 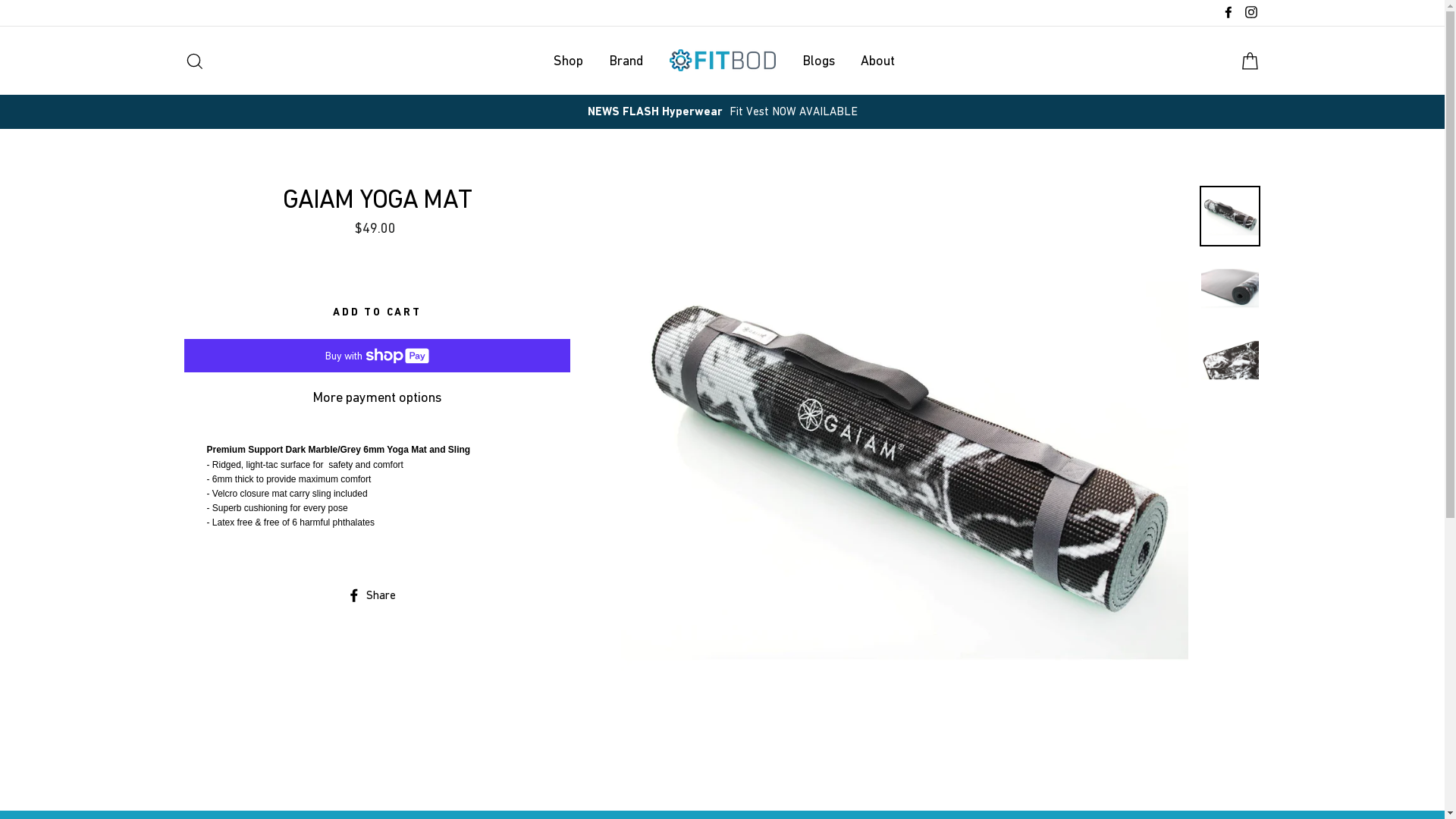 What do you see at coordinates (817, 60) in the screenshot?
I see `'Blogs'` at bounding box center [817, 60].